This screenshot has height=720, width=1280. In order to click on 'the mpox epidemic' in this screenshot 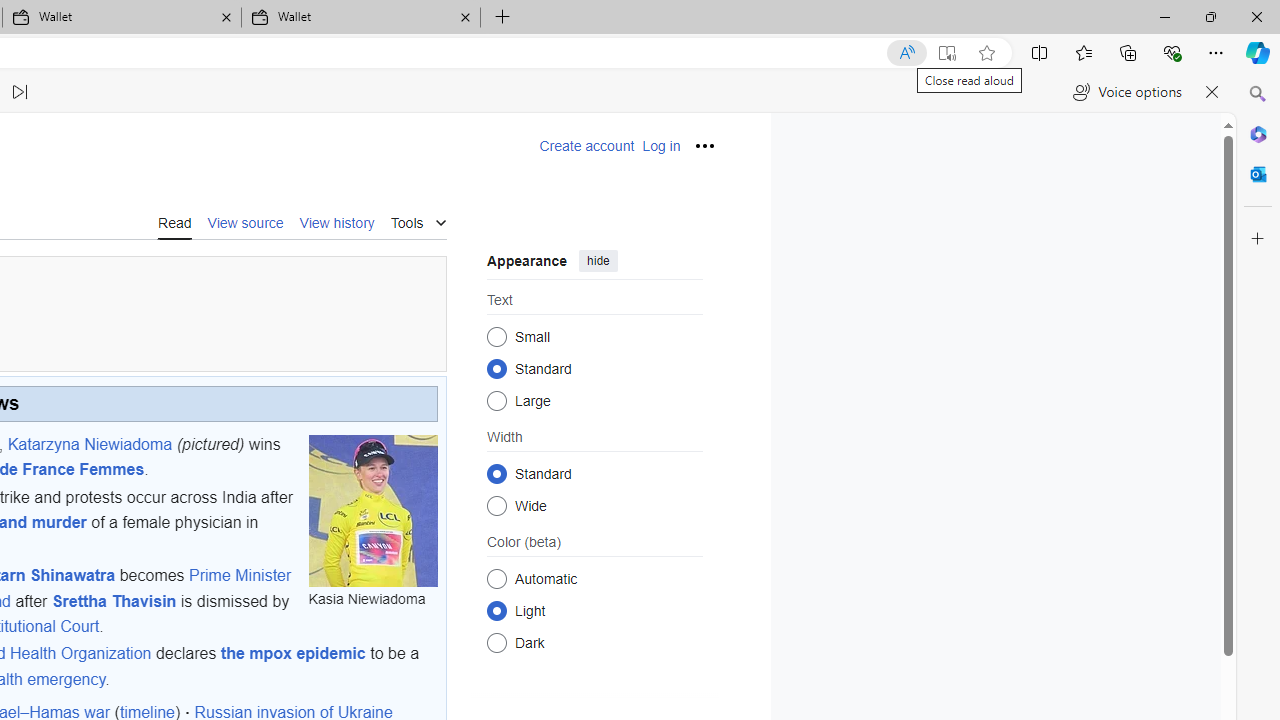, I will do `click(292, 654)`.